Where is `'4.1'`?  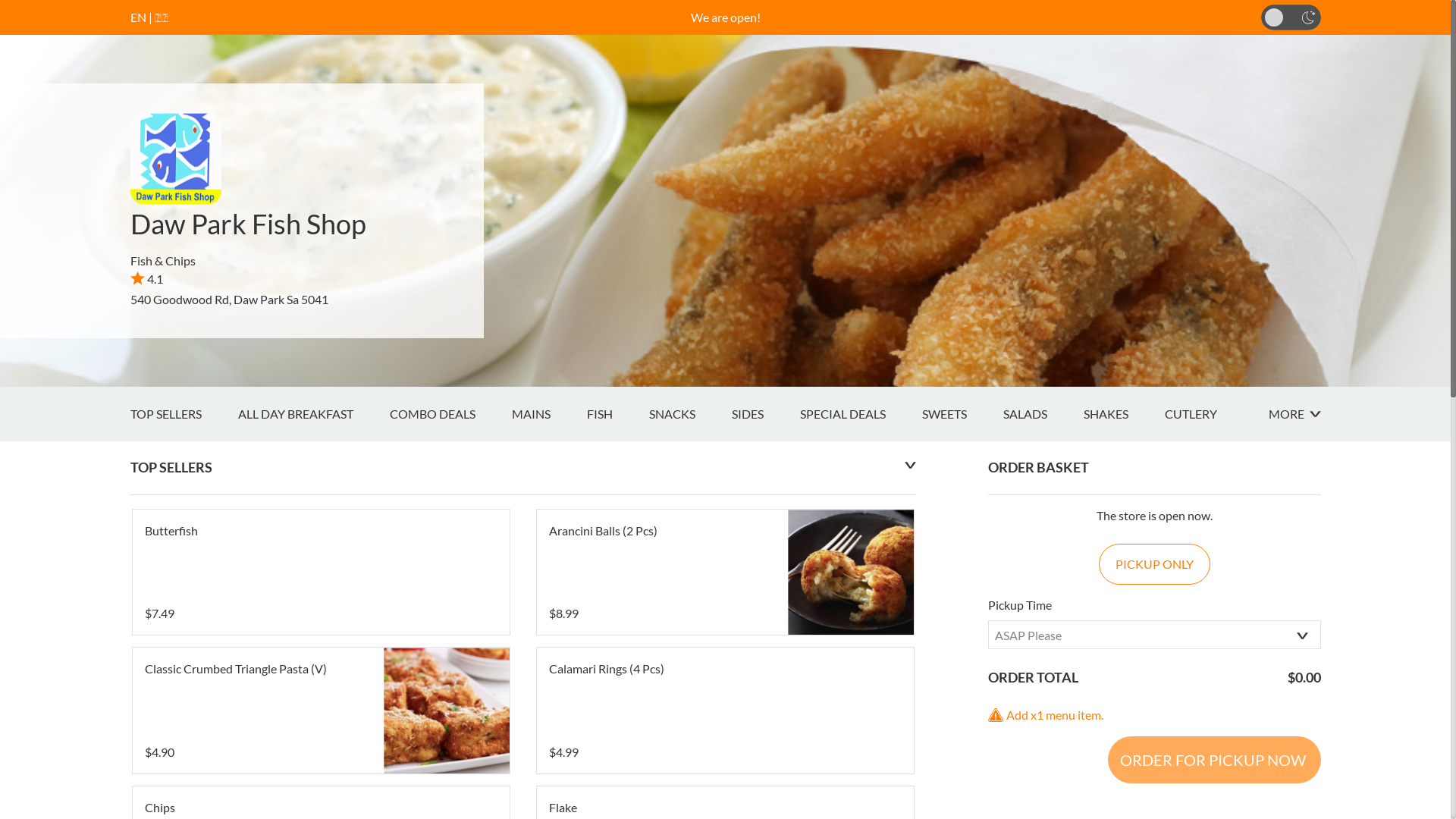
'4.1' is located at coordinates (146, 278).